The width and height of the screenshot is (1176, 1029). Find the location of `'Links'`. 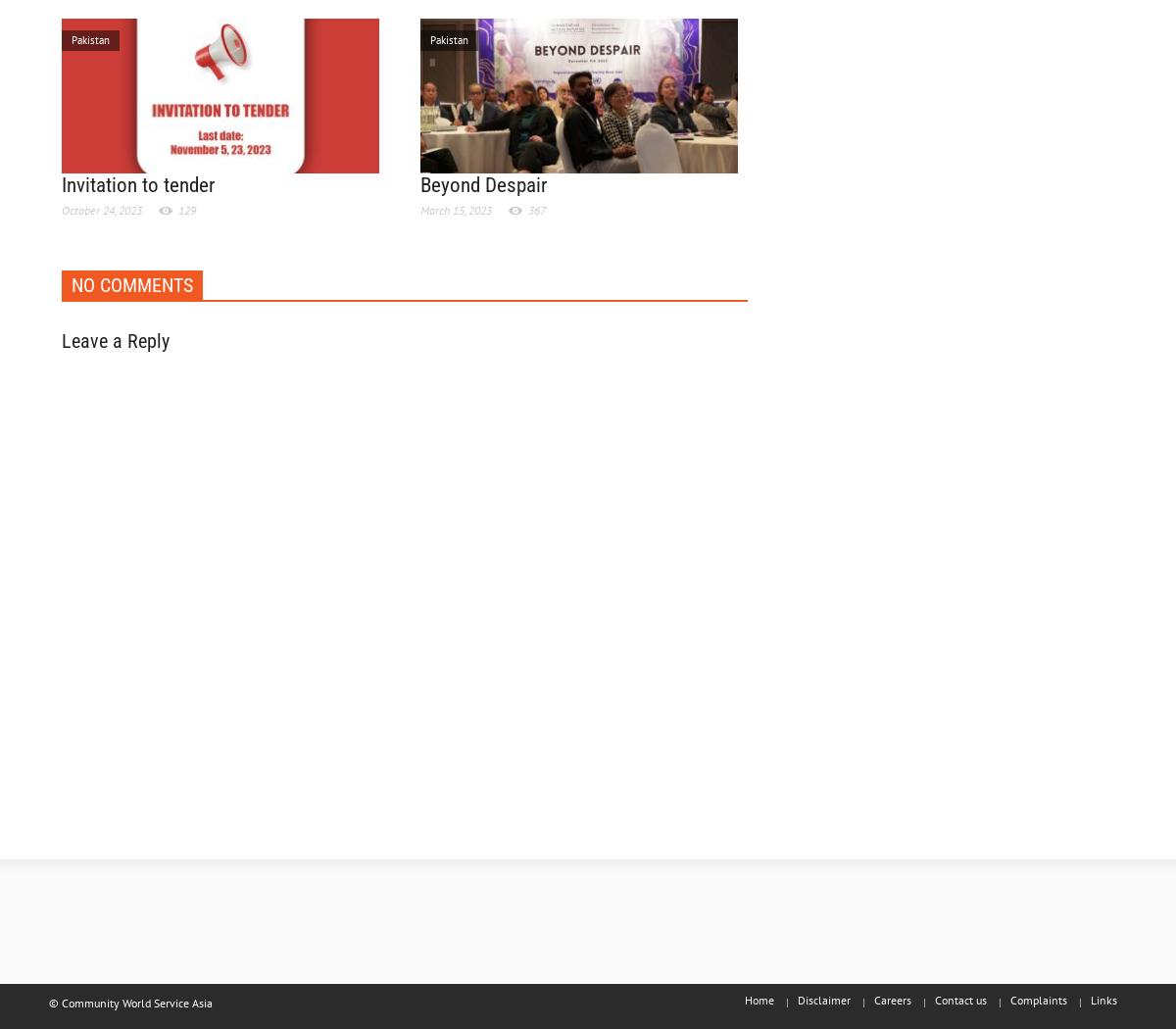

'Links' is located at coordinates (1102, 999).